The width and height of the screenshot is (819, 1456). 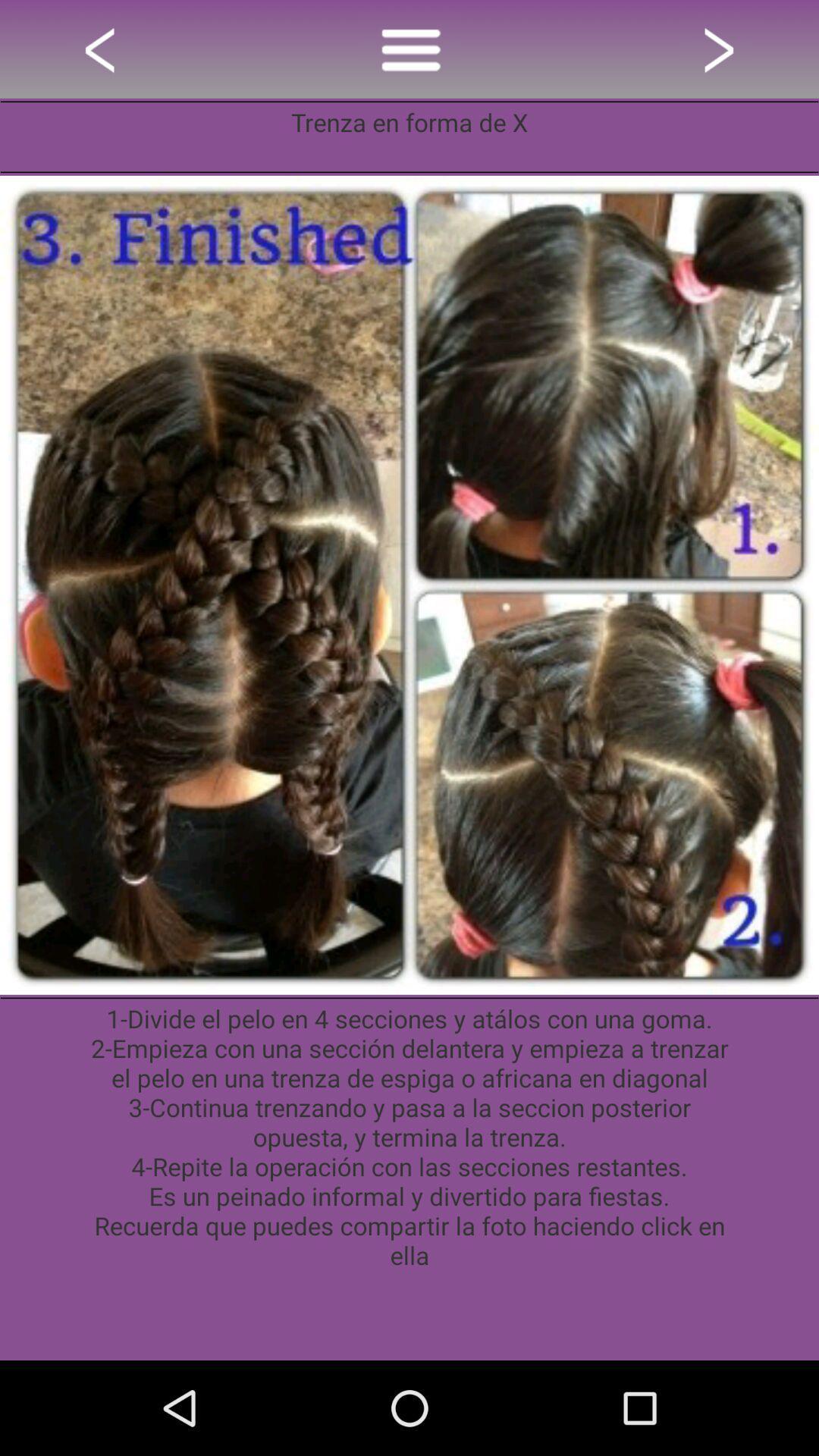 I want to click on the arrow_forward icon, so click(x=717, y=52).